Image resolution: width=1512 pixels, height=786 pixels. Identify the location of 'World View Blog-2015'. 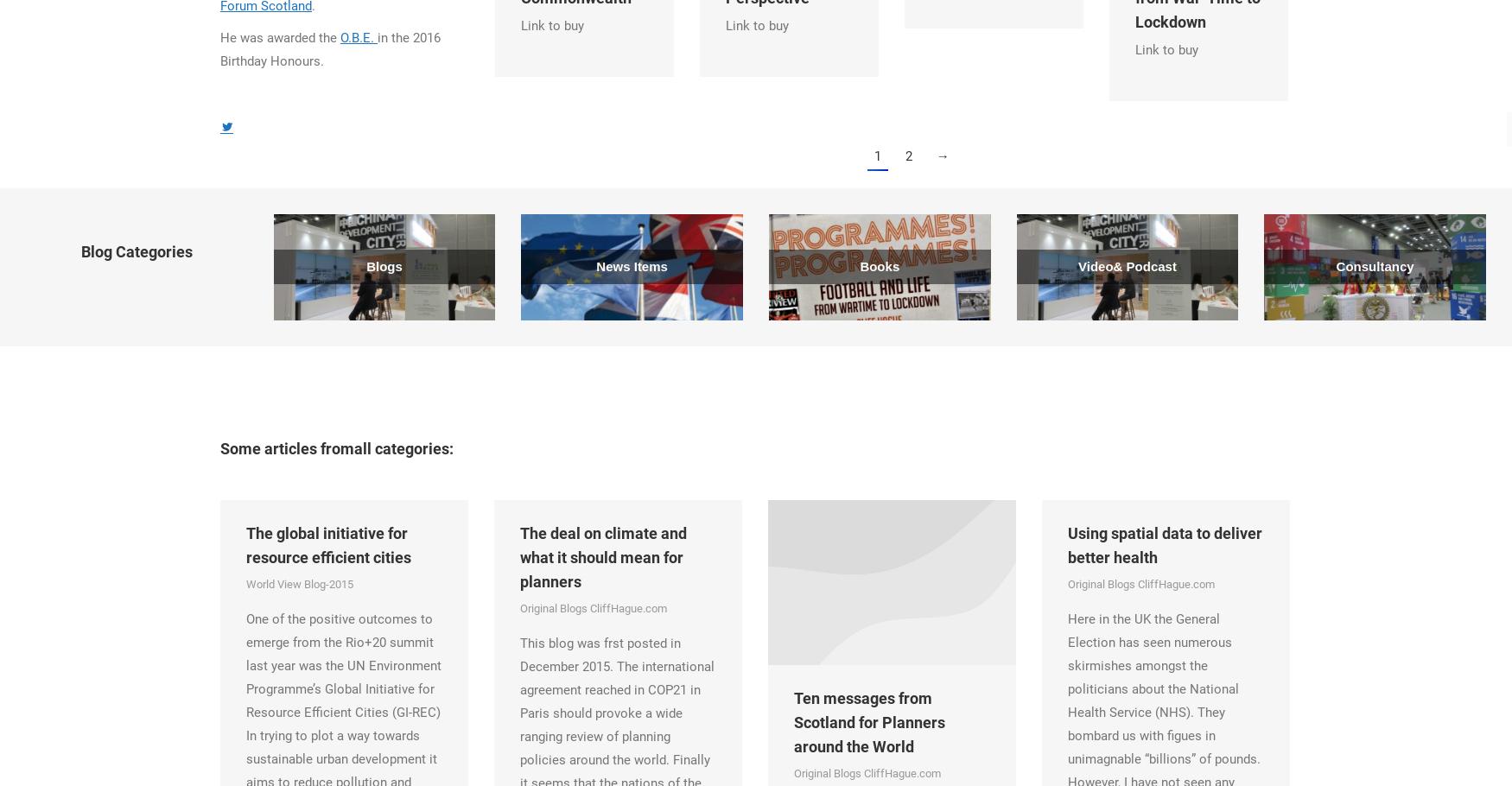
(300, 582).